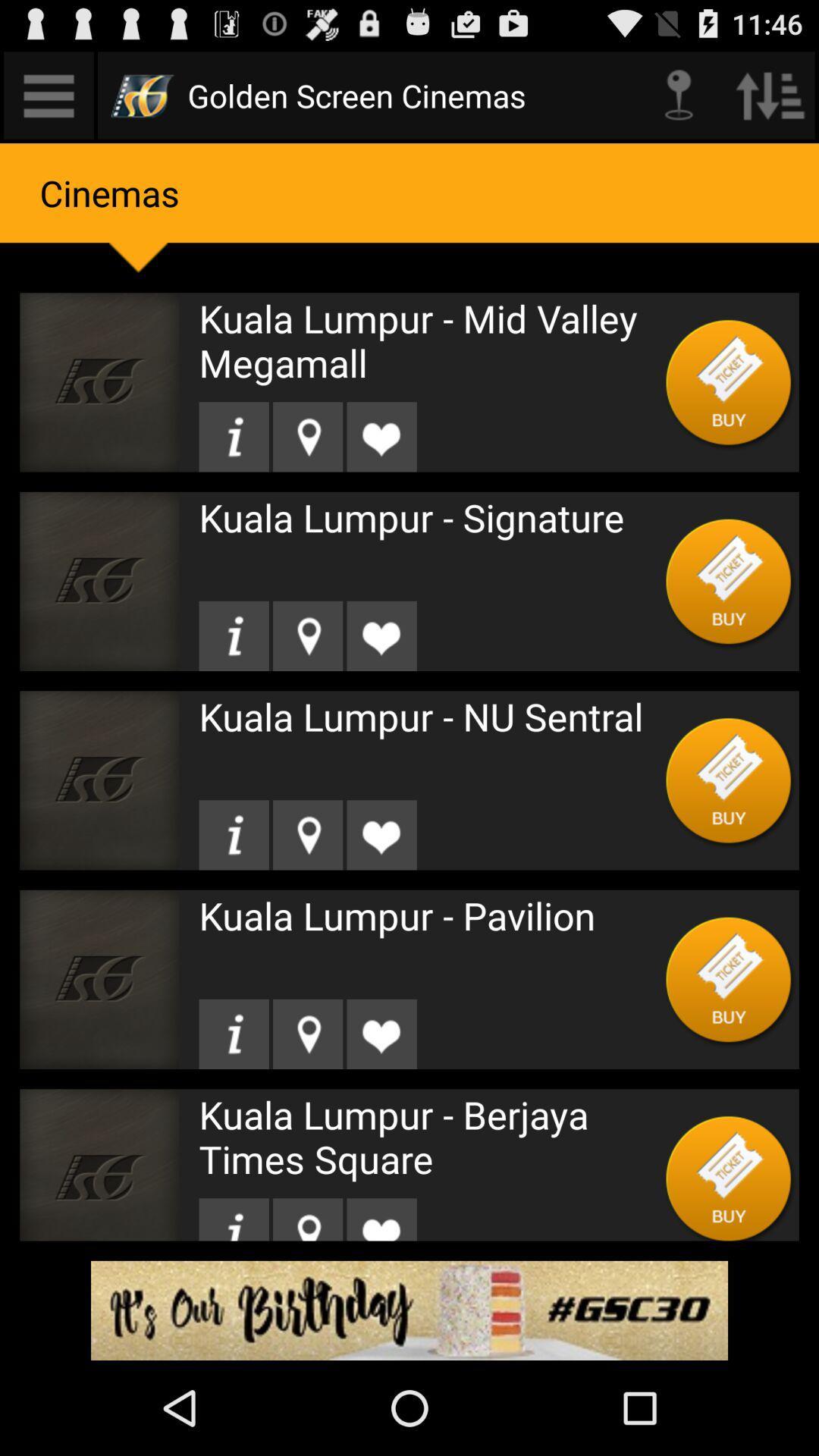 This screenshot has width=819, height=1456. Describe the element at coordinates (381, 834) in the screenshot. I see `like the item` at that location.